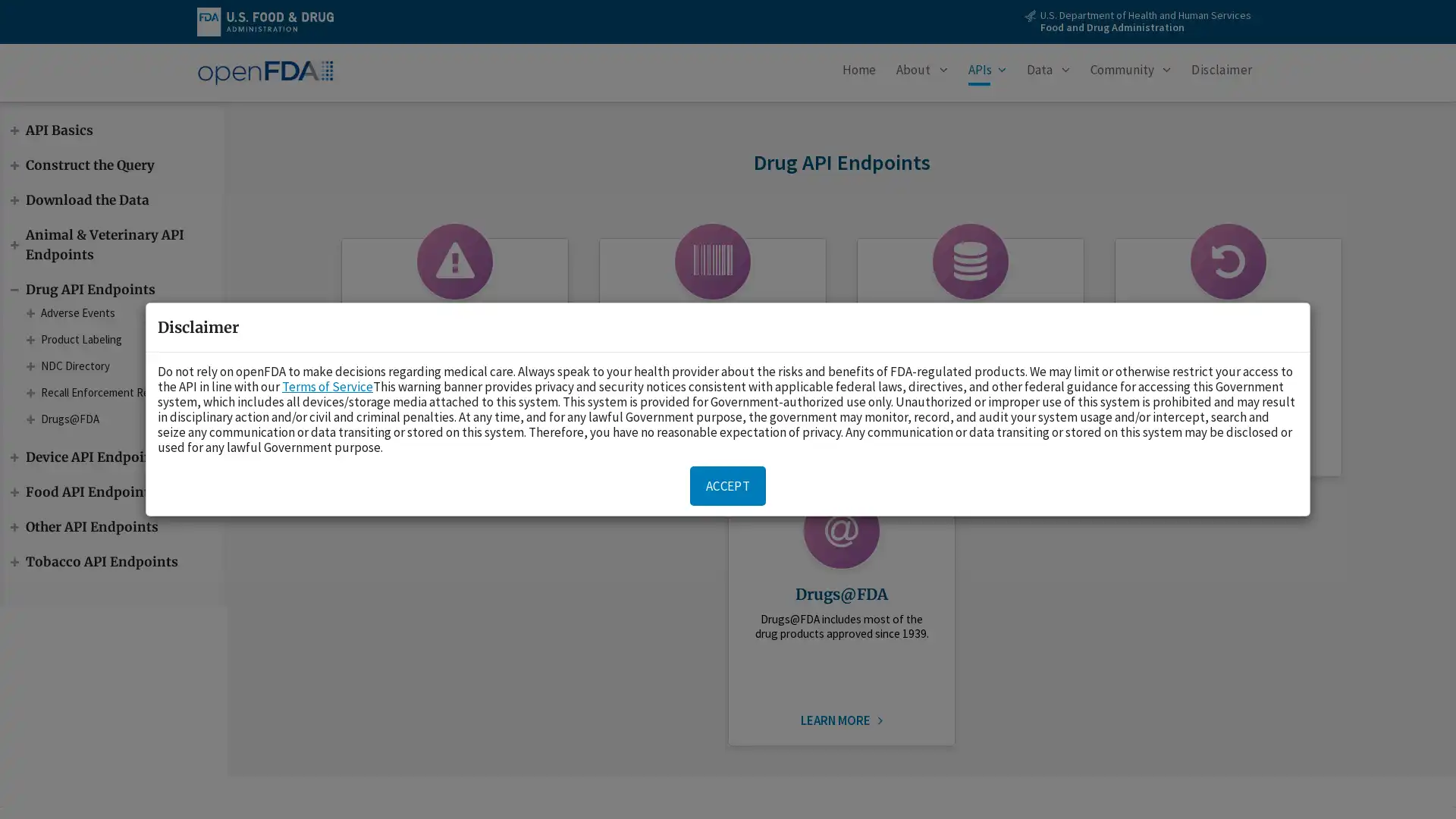  I want to click on Disclaimer, so click(1222, 73).